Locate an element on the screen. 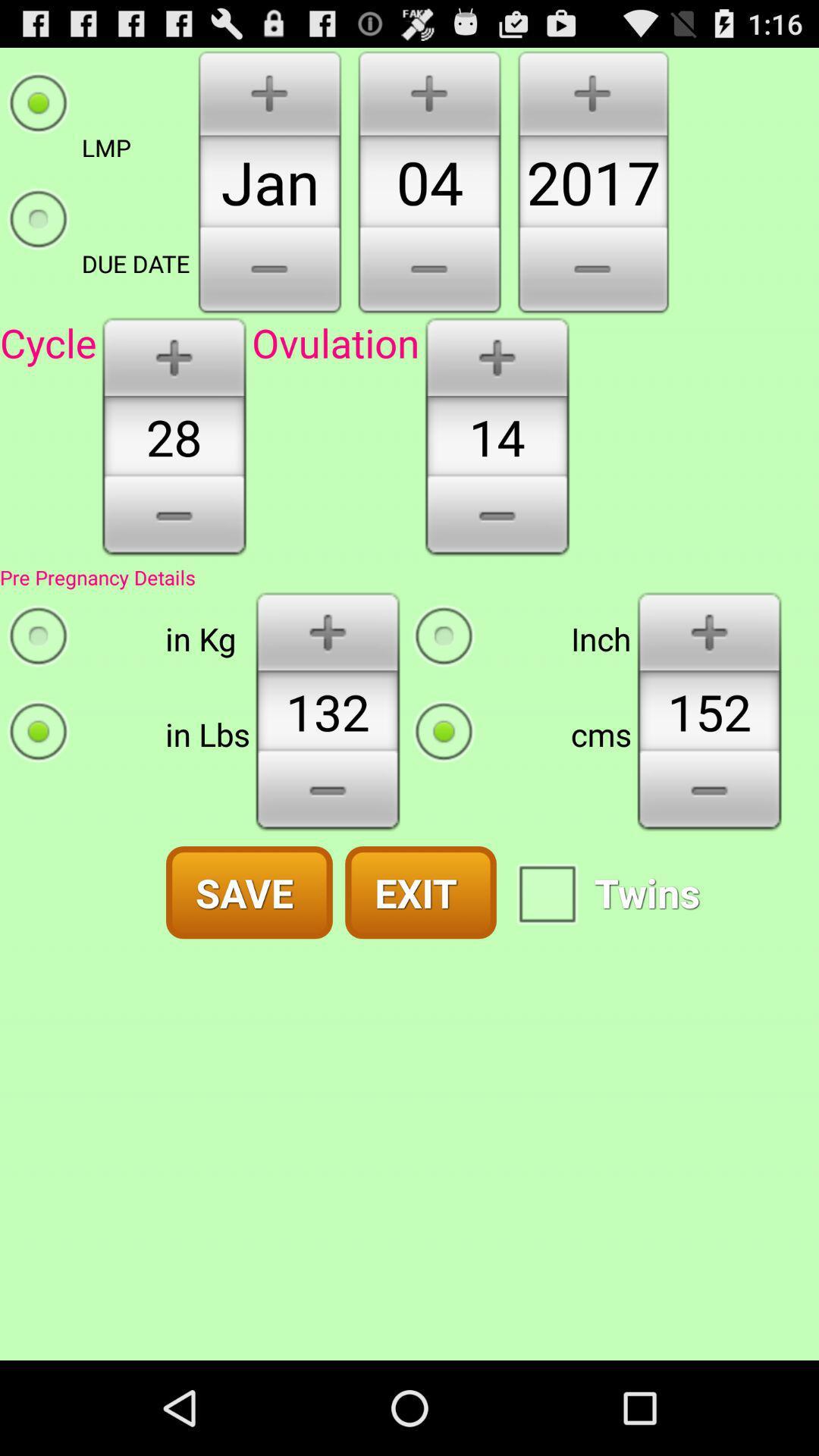 This screenshot has height=1456, width=819. increment one more is located at coordinates (497, 355).